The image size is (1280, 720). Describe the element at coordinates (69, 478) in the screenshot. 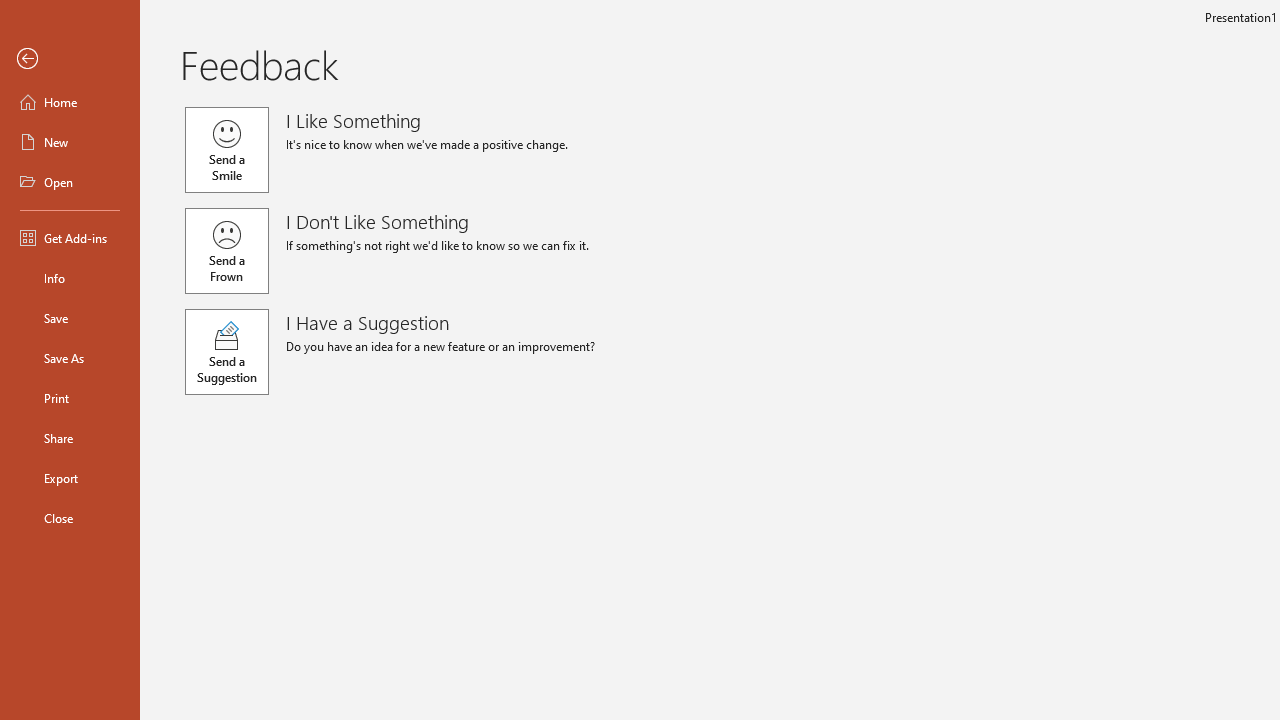

I see `'Export'` at that location.